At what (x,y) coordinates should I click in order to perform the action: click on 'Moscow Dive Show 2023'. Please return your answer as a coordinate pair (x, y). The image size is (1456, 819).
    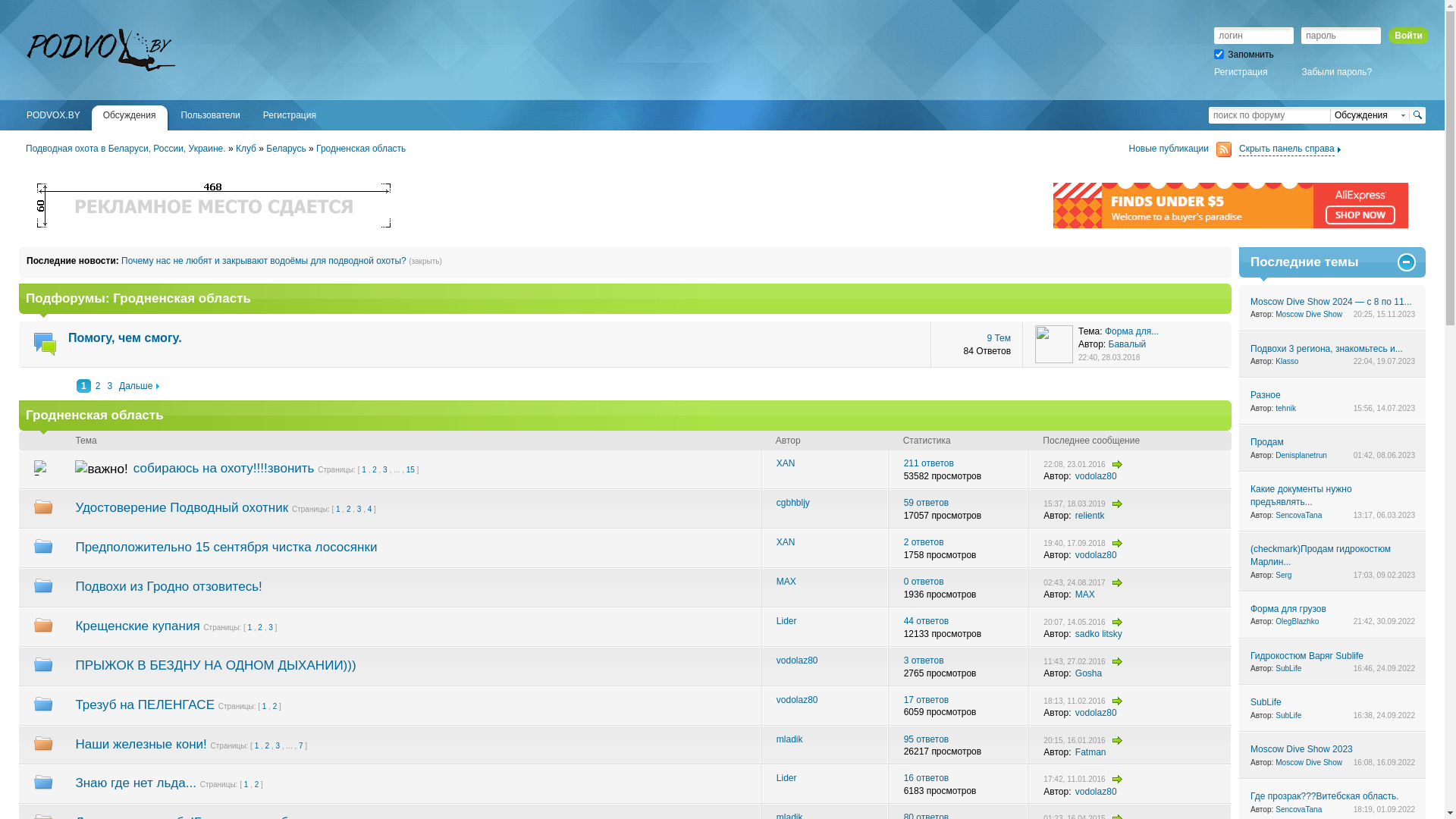
    Looking at the image, I should click on (1301, 748).